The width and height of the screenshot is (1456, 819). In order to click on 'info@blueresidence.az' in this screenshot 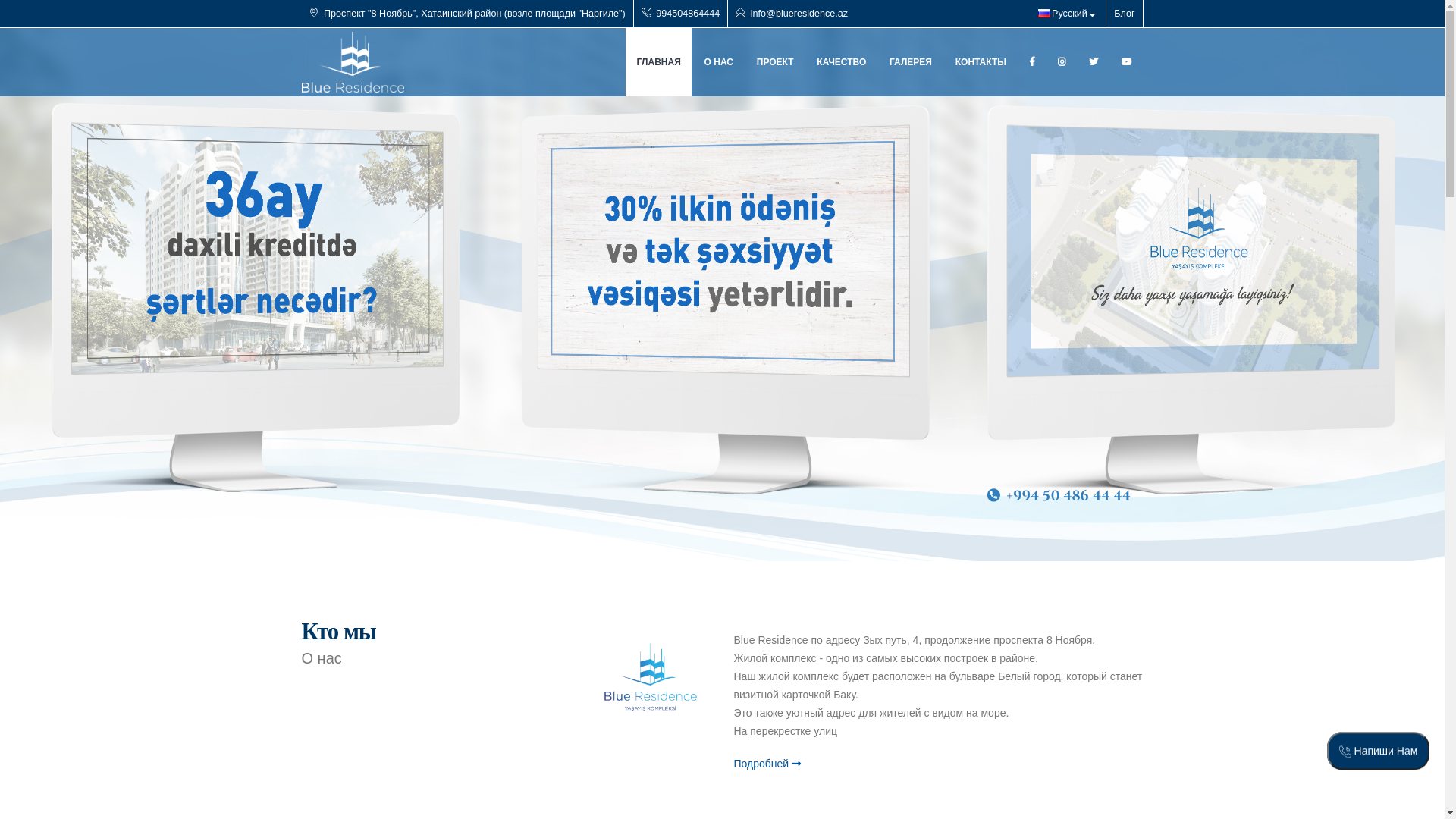, I will do `click(799, 14)`.